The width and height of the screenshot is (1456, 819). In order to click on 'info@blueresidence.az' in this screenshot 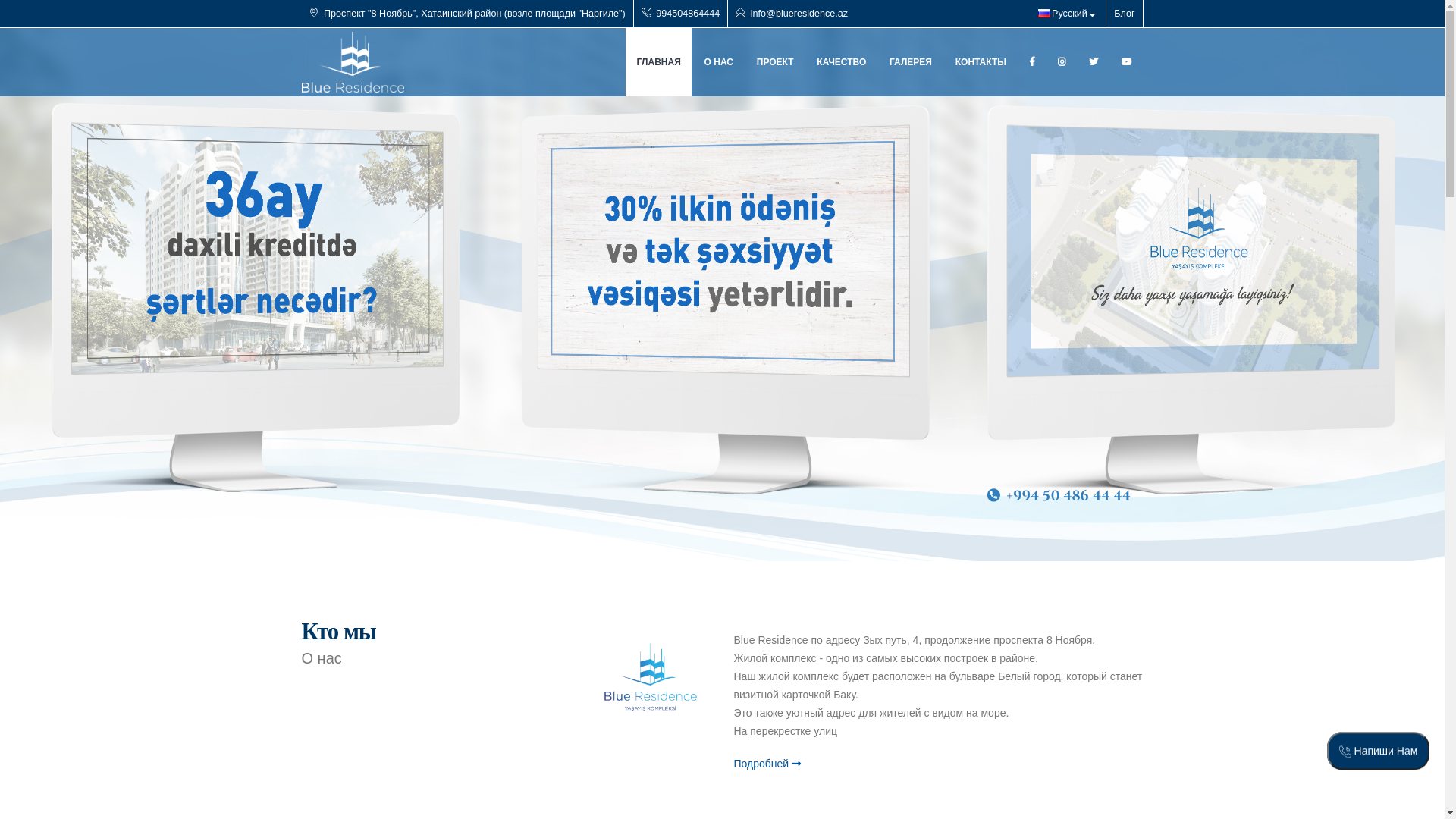, I will do `click(799, 14)`.